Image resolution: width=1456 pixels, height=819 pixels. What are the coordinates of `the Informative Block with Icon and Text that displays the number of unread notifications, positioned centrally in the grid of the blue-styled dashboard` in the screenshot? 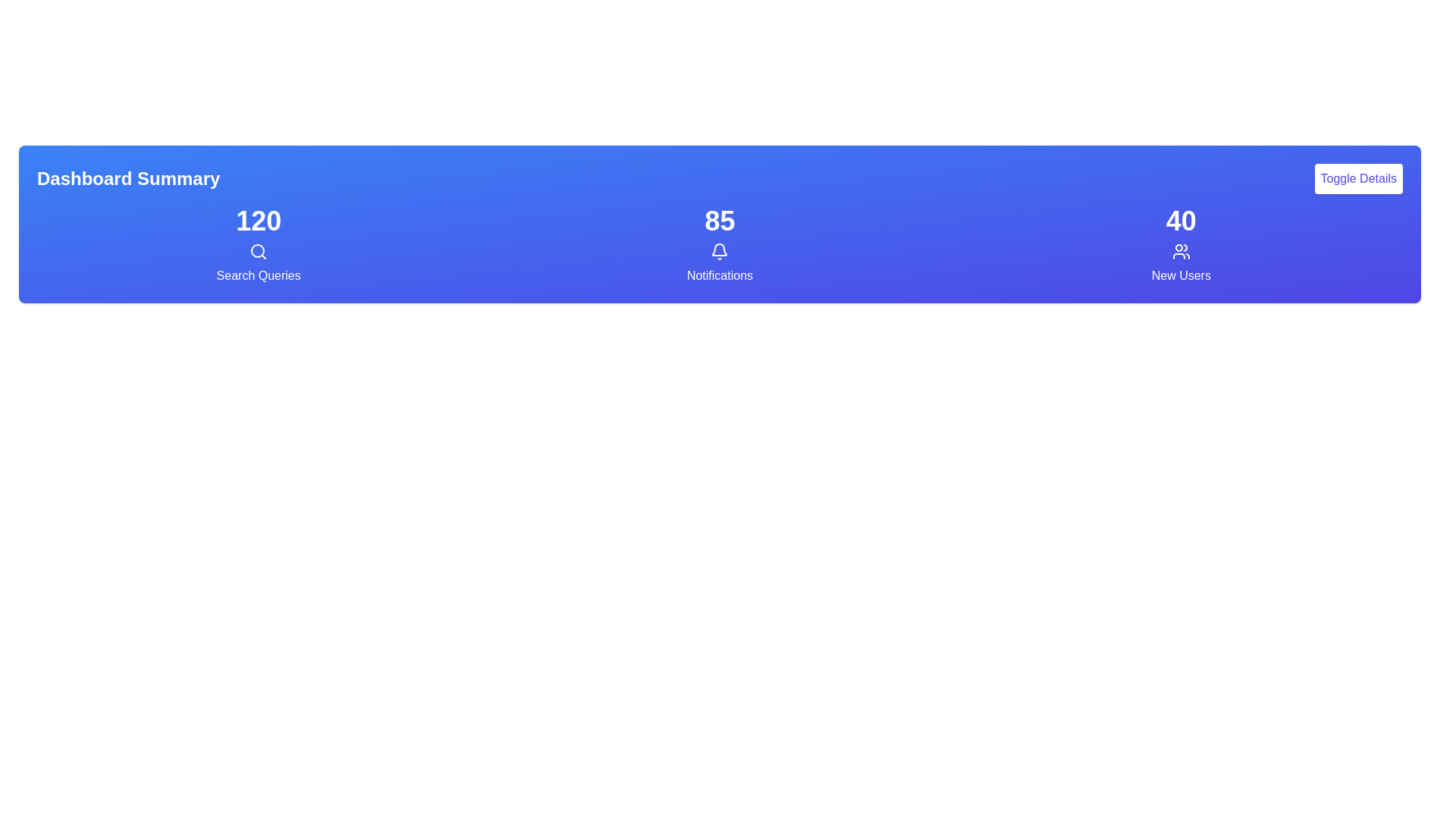 It's located at (719, 245).